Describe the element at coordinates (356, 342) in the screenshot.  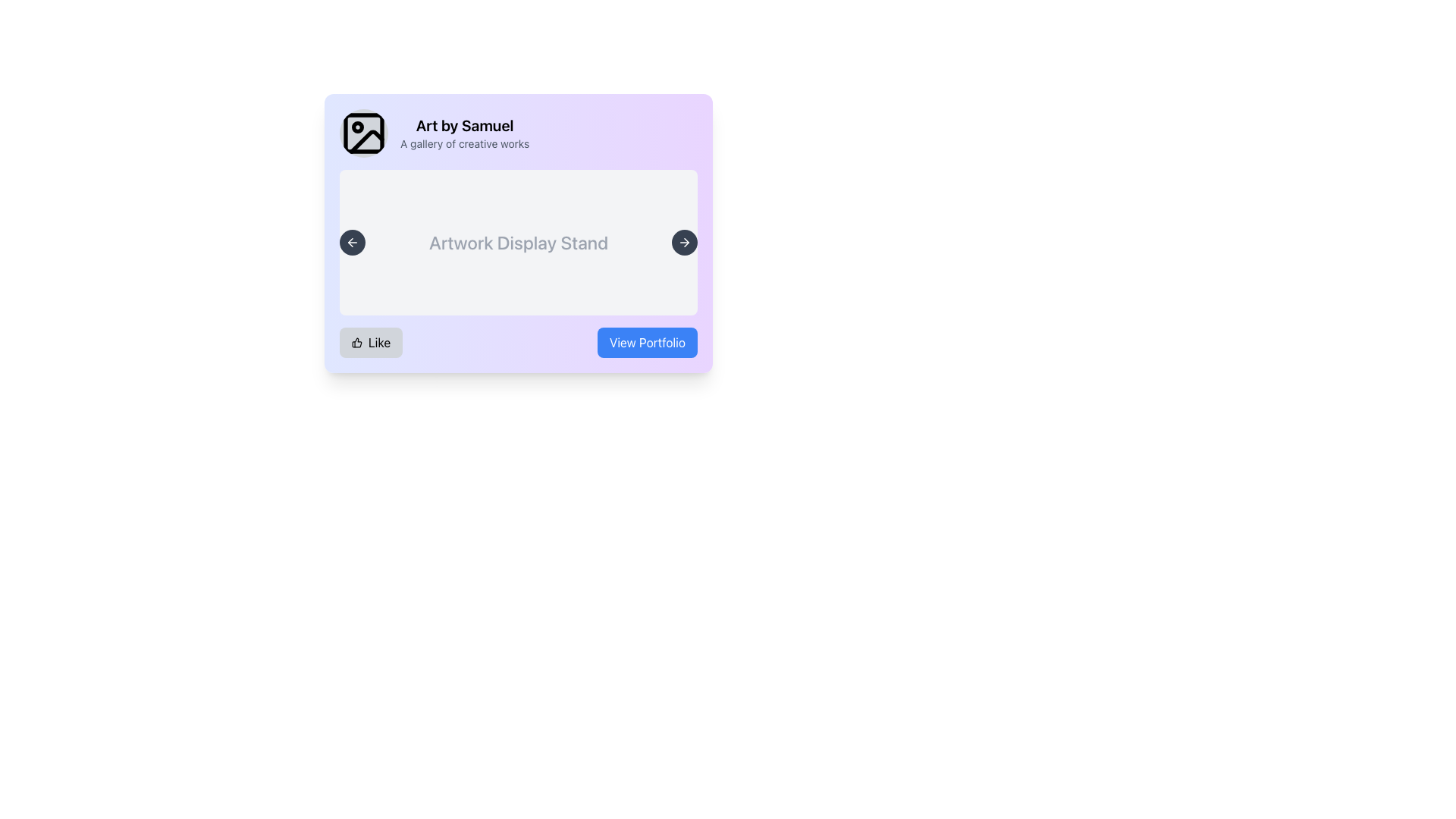
I see `the 'Like' icon located at the bottom-left area of the card component, which visually represents the functionality of liking or approving content` at that location.